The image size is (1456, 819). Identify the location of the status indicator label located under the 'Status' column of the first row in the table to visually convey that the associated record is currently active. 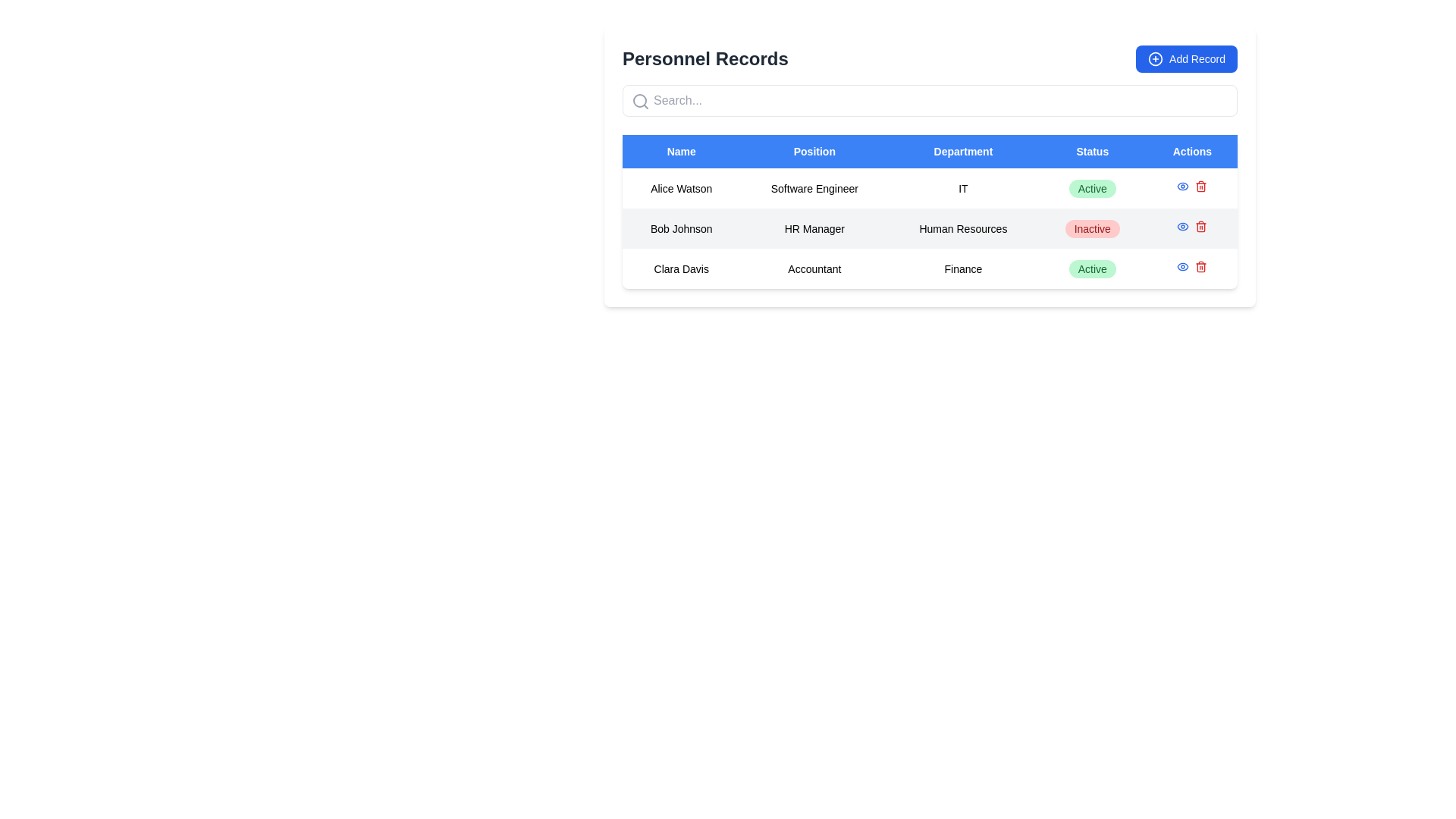
(1092, 187).